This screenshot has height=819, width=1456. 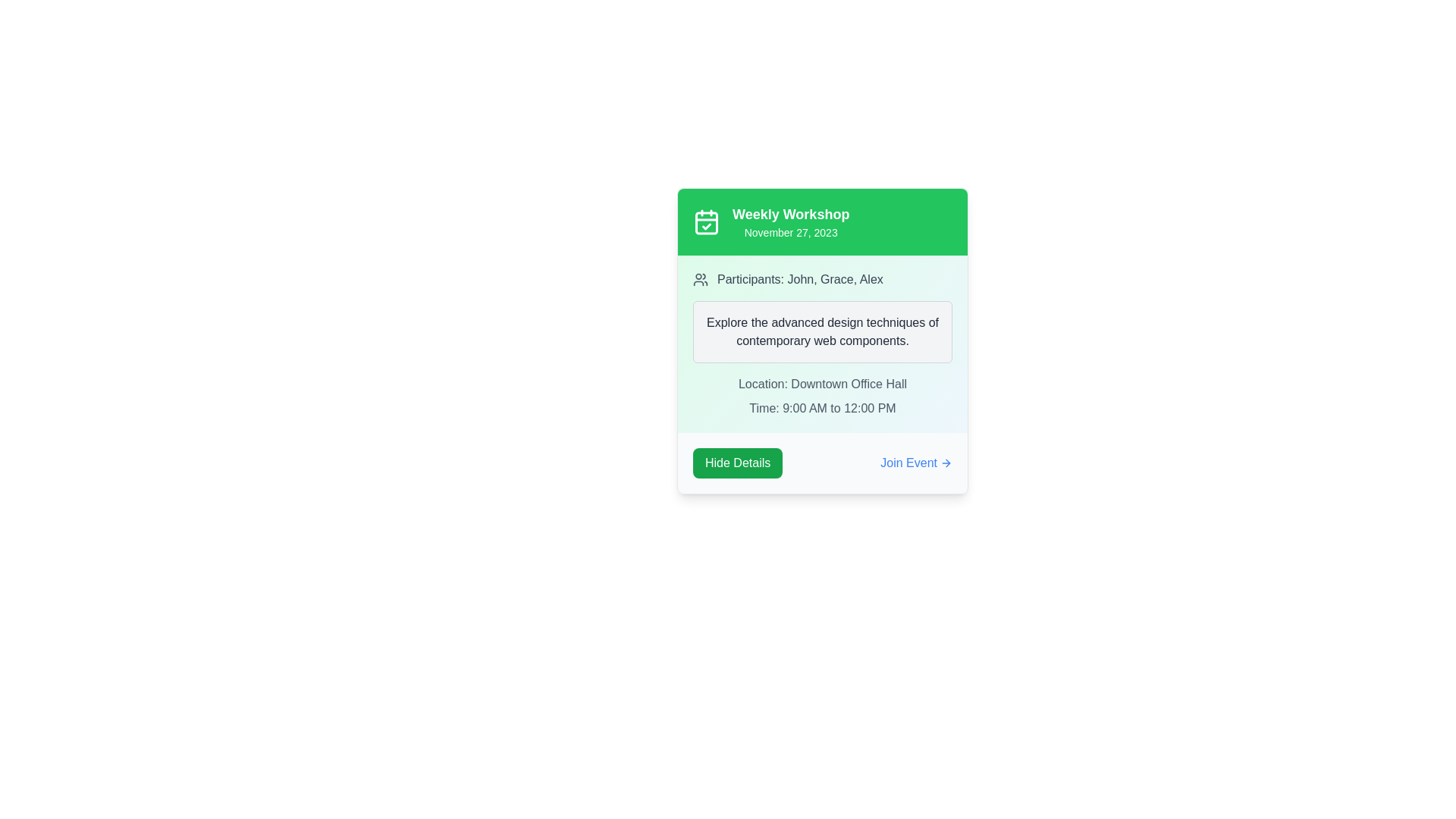 What do you see at coordinates (790, 233) in the screenshot?
I see `text content of the Text label that displays 'November 27, 2023', which is located below the bold title 'Weekly Workshop' within a green banner at the top of the card` at bounding box center [790, 233].